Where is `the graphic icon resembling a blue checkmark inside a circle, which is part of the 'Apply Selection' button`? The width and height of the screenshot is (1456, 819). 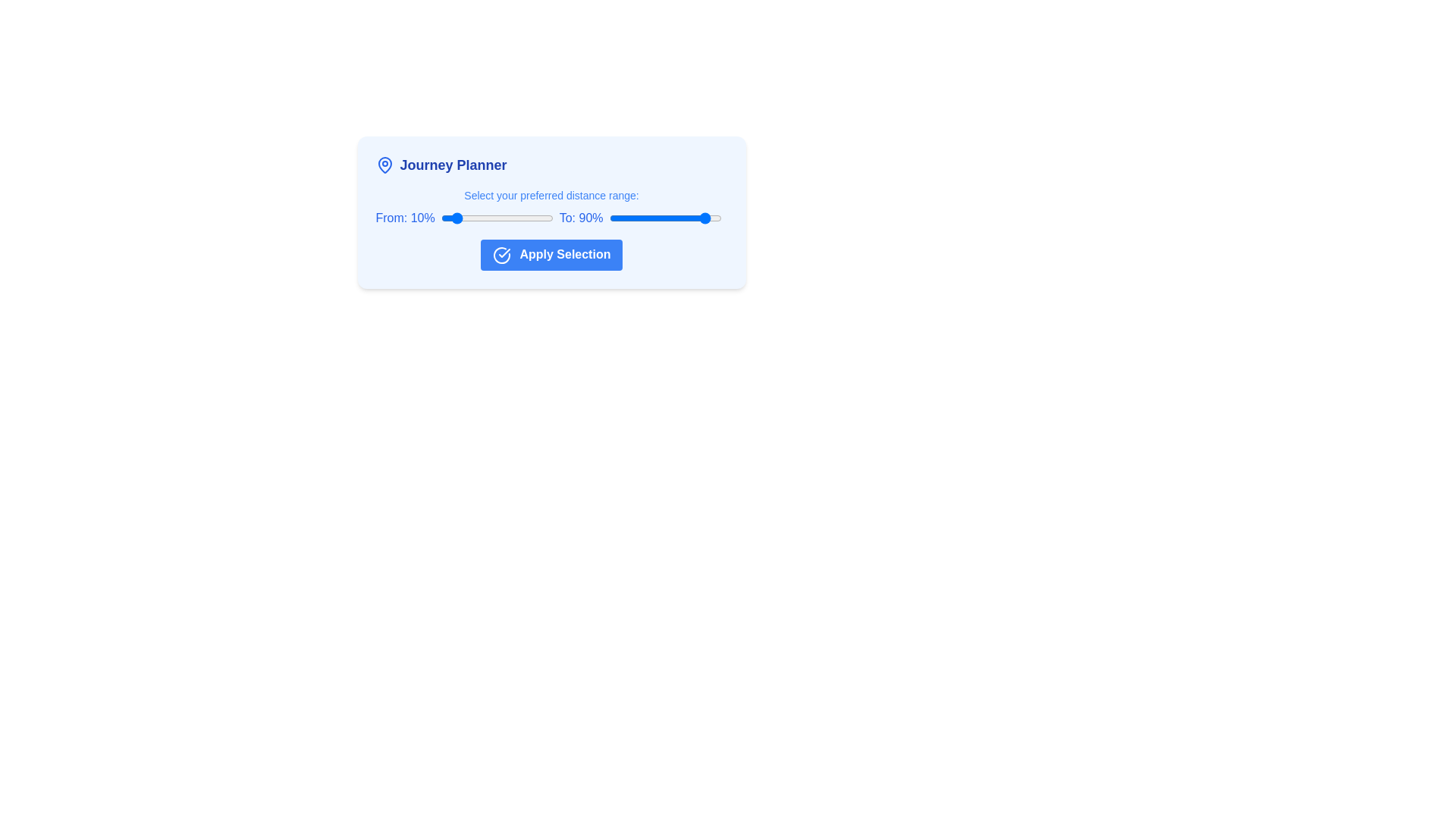
the graphic icon resembling a blue checkmark inside a circle, which is part of the 'Apply Selection' button is located at coordinates (501, 254).